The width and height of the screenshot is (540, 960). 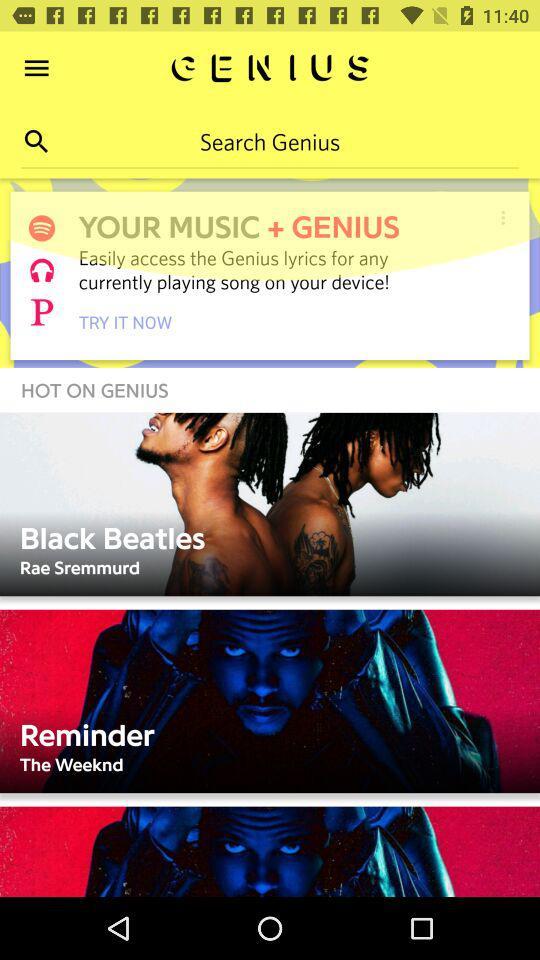 I want to click on the search icon, so click(x=36, y=140).